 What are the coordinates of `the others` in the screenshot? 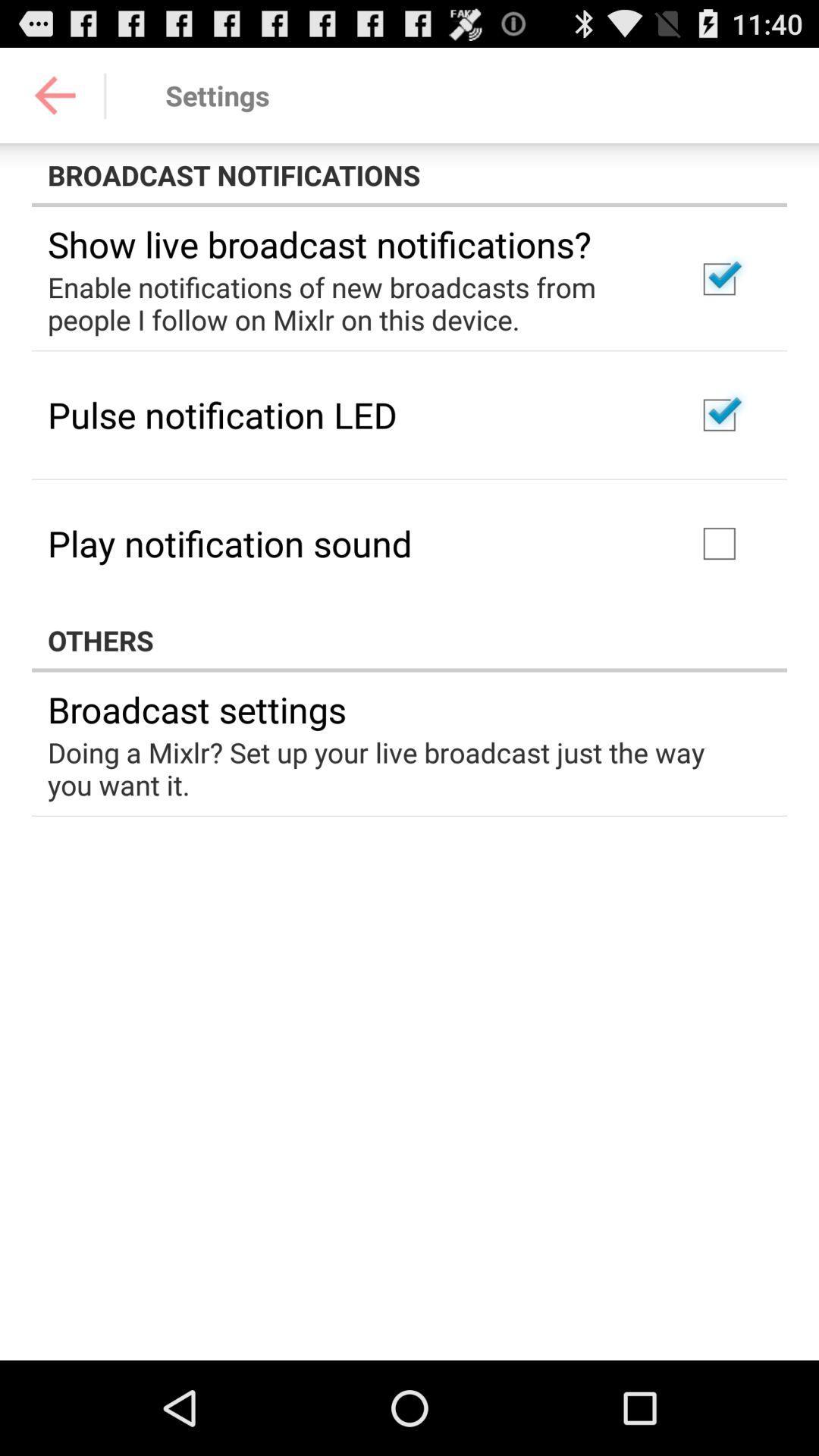 It's located at (409, 640).